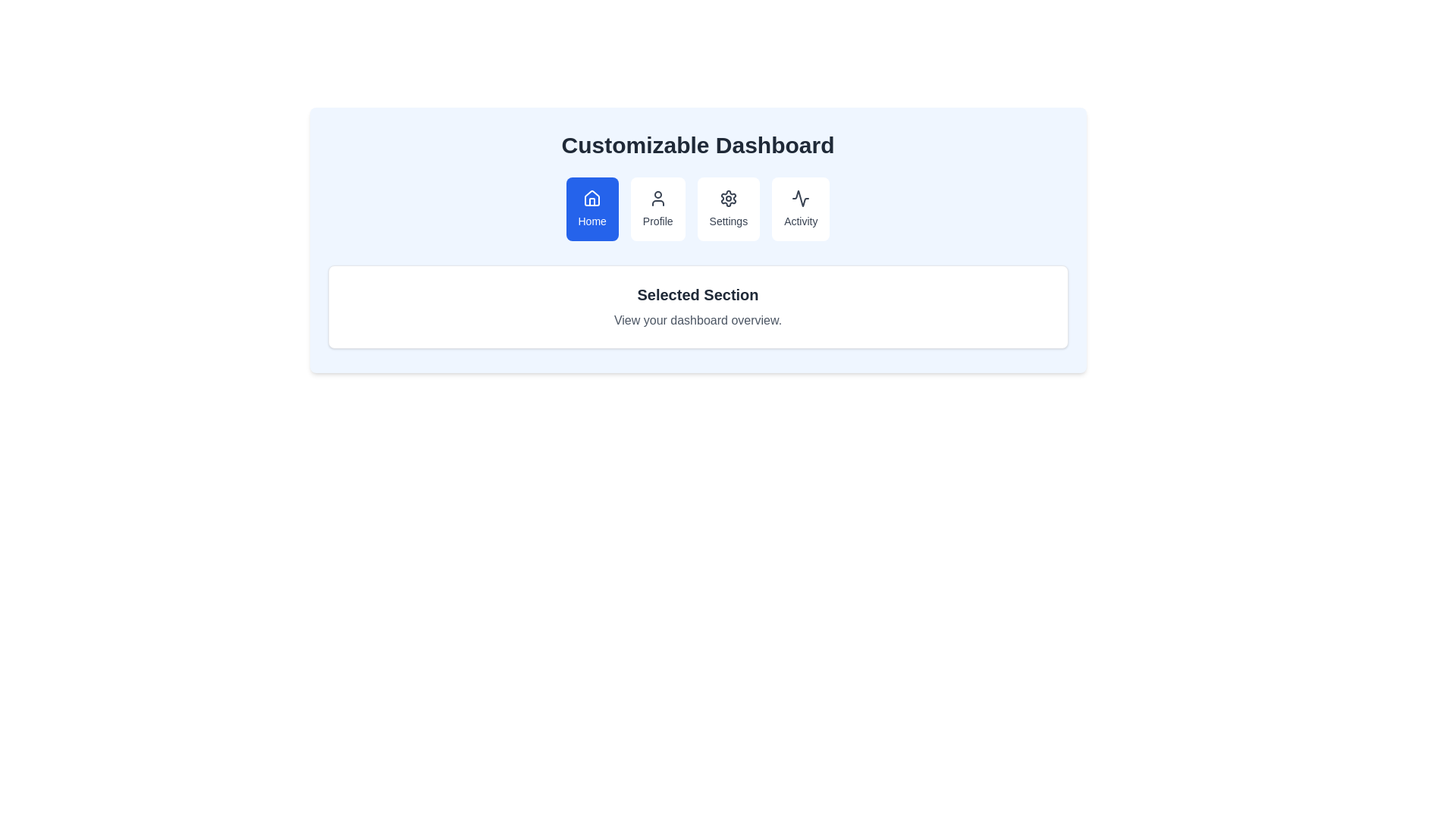  I want to click on 'Activity' text label, which is styled in a smaller font size and grayish color, located beneath the activity waveform icon on the rightmost card of the dashboard section, so click(800, 221).